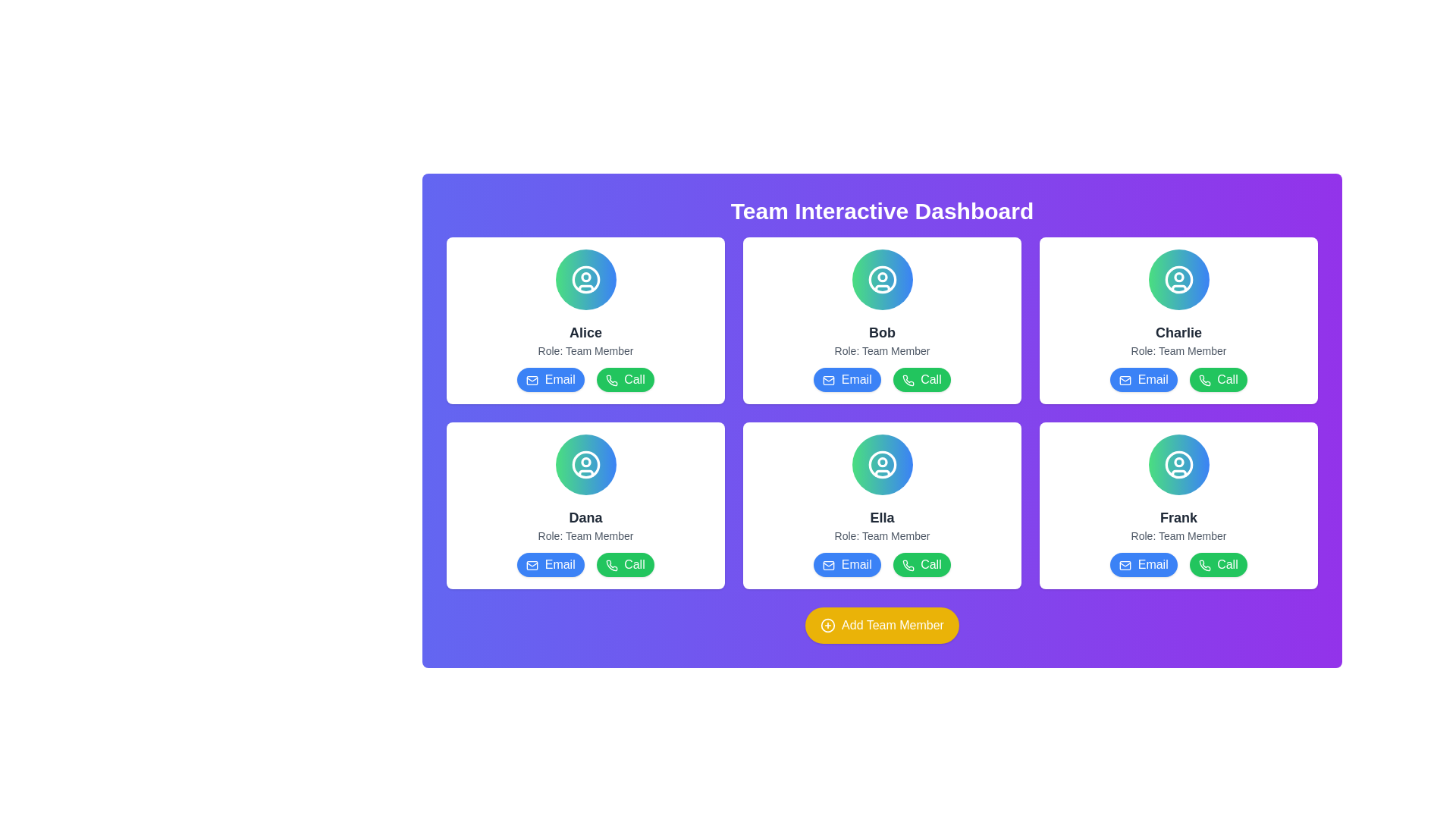 This screenshot has width=1456, height=819. What do you see at coordinates (1125, 379) in the screenshot?
I see `the email icon located inside the 'Email' button, to the left of the 'Email' text, within the card for team member 'Charlie' in the upper right corner of the grid layout` at bounding box center [1125, 379].